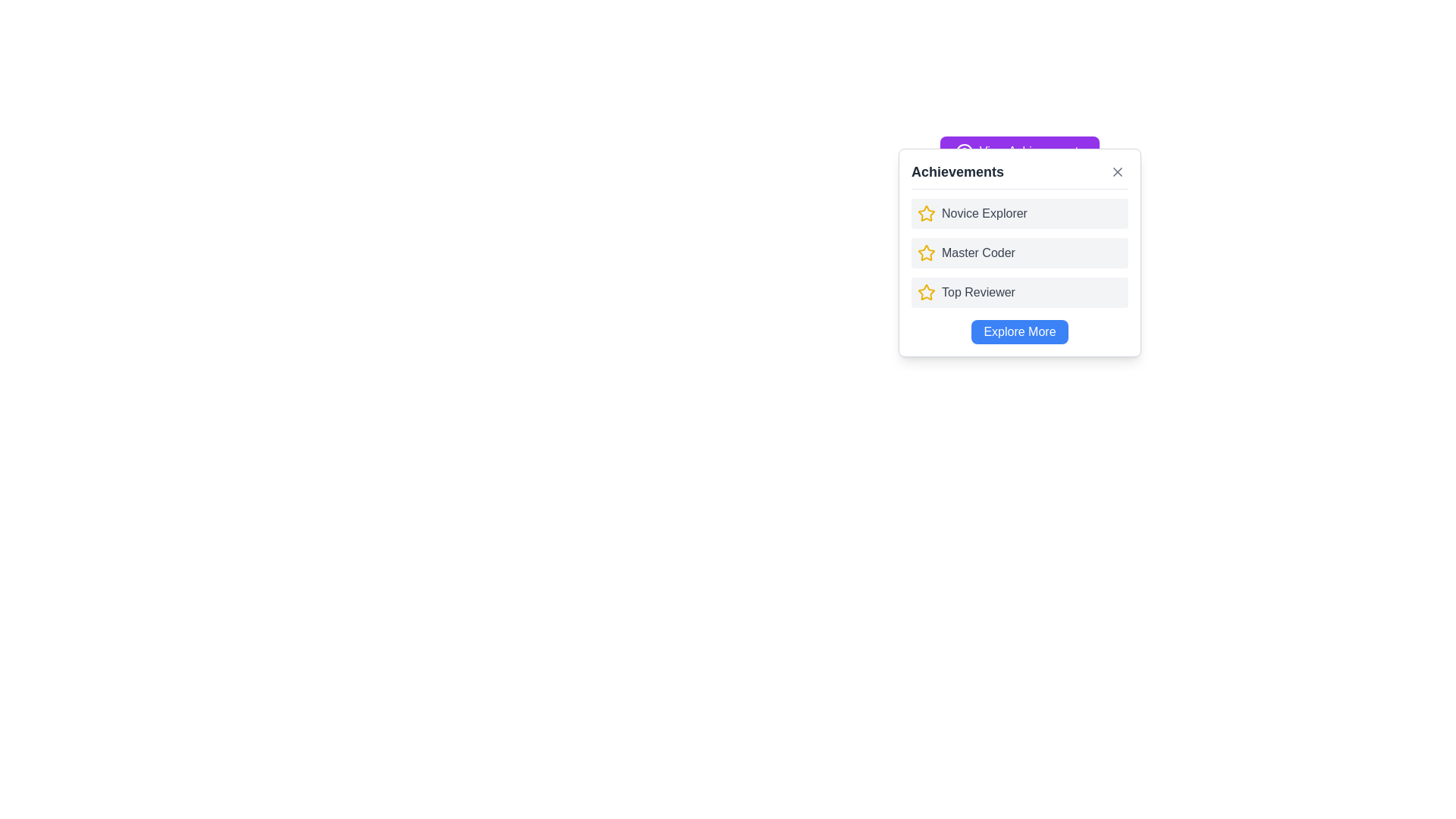 The image size is (1456, 819). What do you see at coordinates (984, 213) in the screenshot?
I see `text label displaying 'Novice Explorer', which is located in the achievements dialog, next to a yellow star icon` at bounding box center [984, 213].